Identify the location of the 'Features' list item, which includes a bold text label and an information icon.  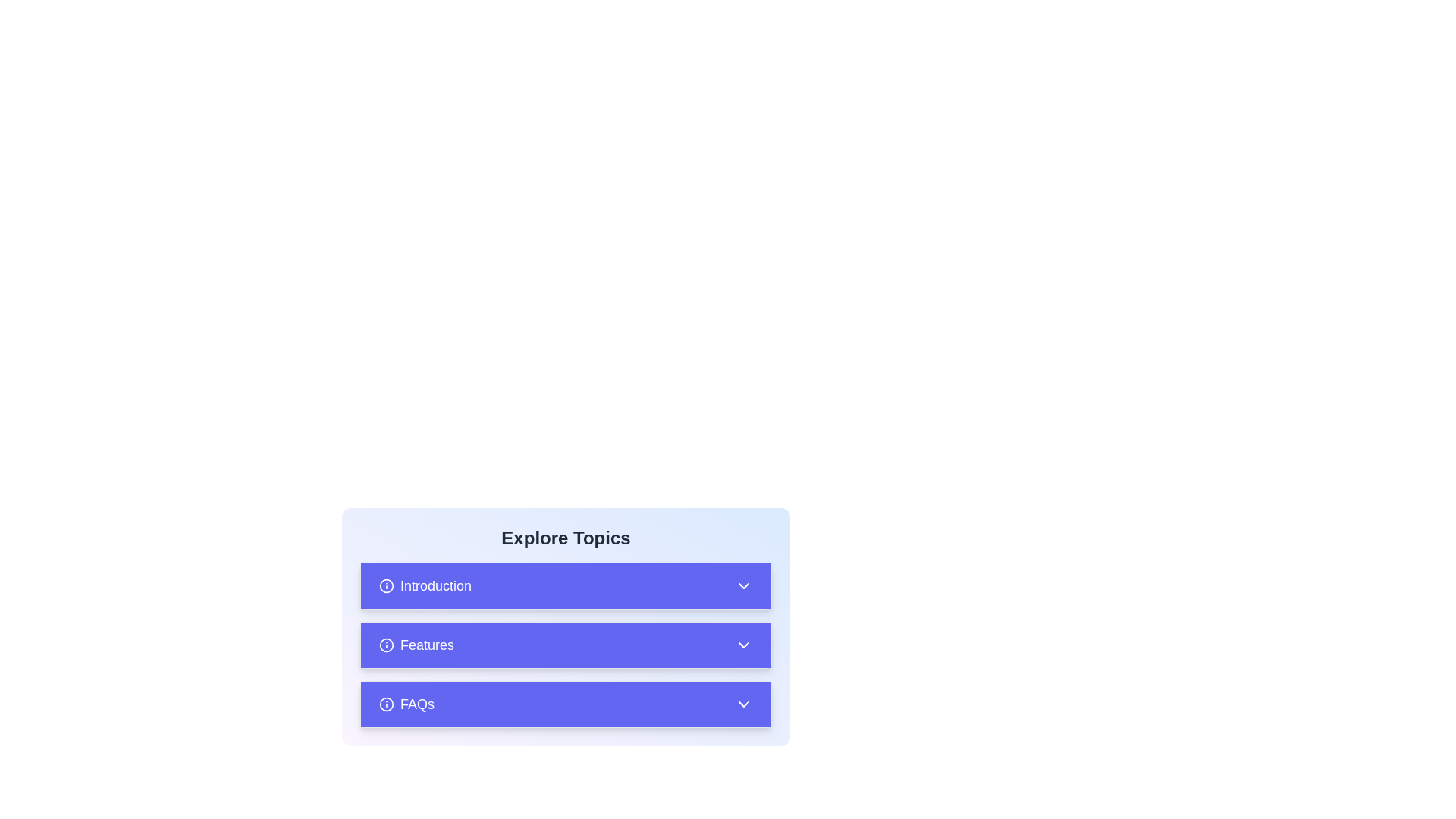
(416, 645).